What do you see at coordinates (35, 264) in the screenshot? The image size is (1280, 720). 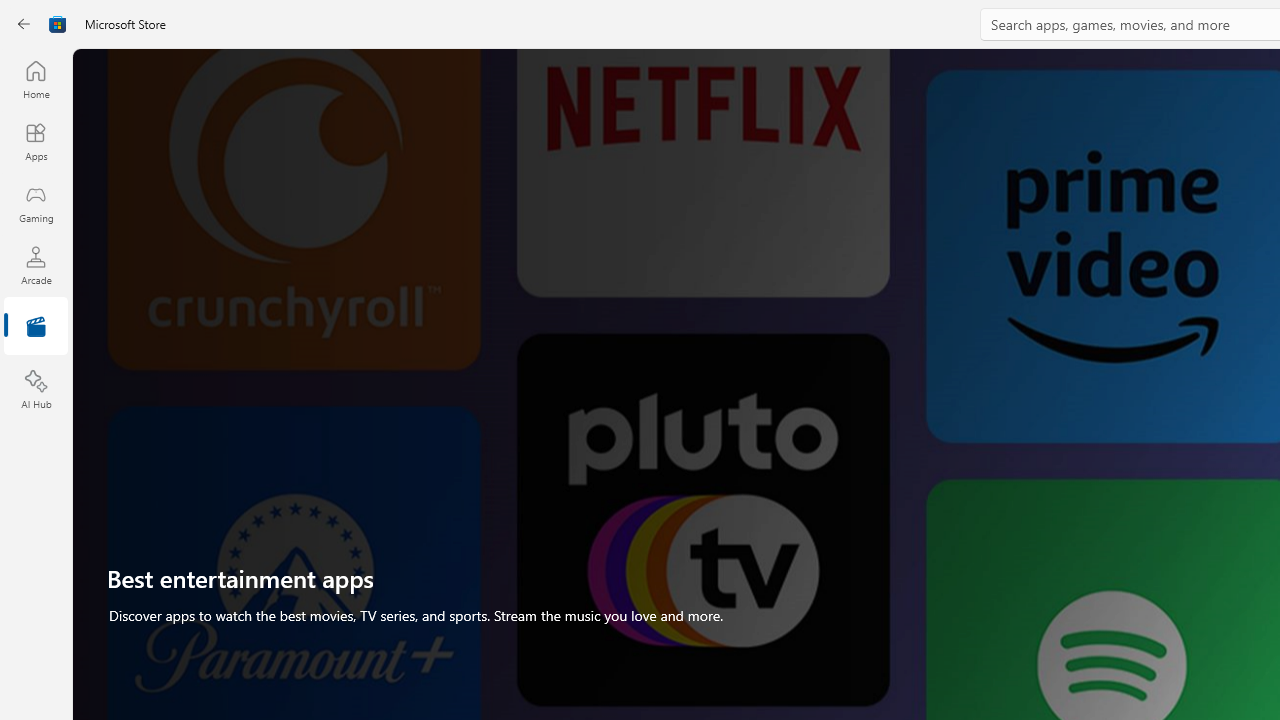 I see `'Arcade'` at bounding box center [35, 264].